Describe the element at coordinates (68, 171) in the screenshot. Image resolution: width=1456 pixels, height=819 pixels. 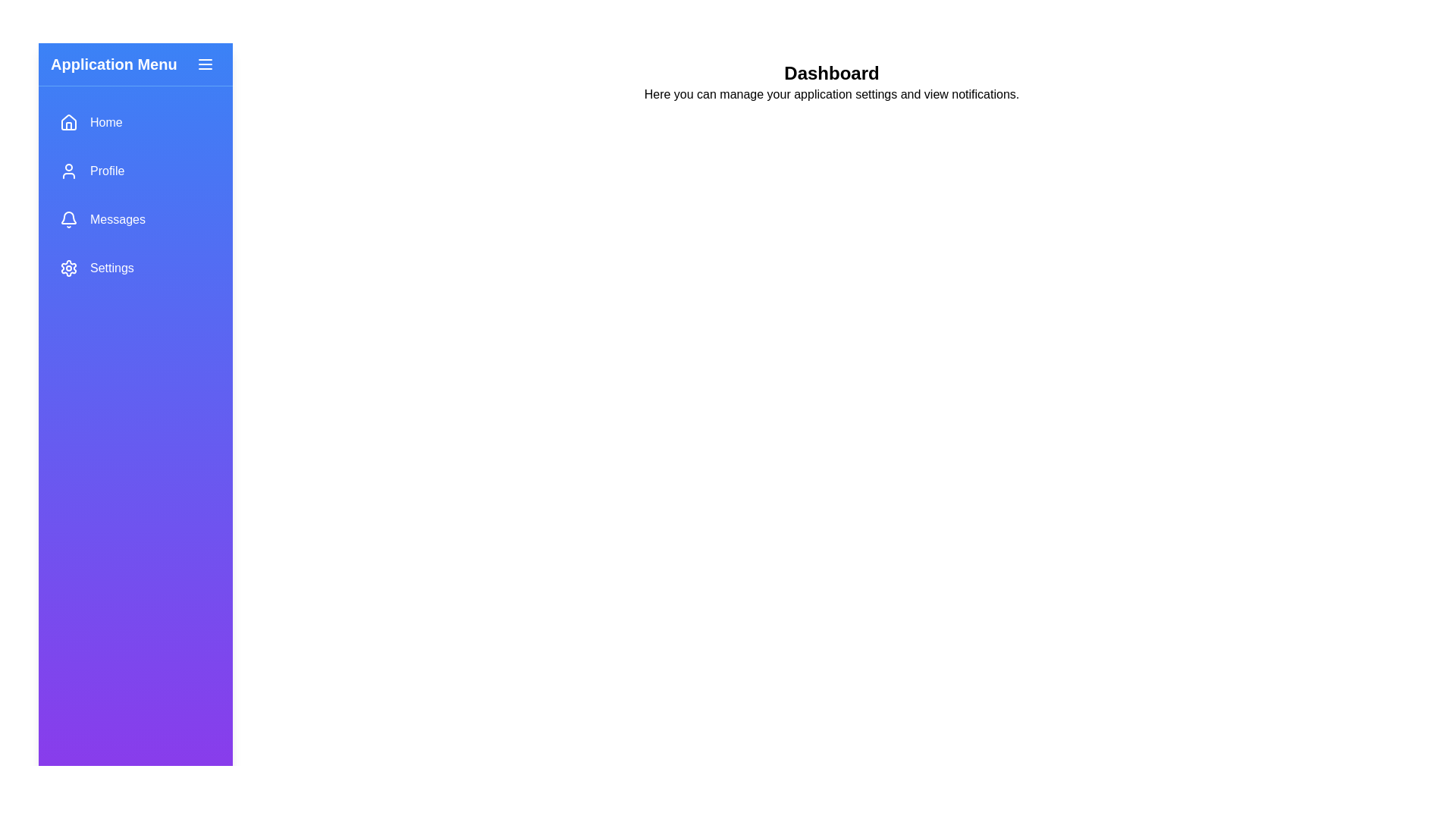
I see `the 'Profile' icon located in the vertical navigation menu, positioned to the left of the 'Profile' text` at that location.